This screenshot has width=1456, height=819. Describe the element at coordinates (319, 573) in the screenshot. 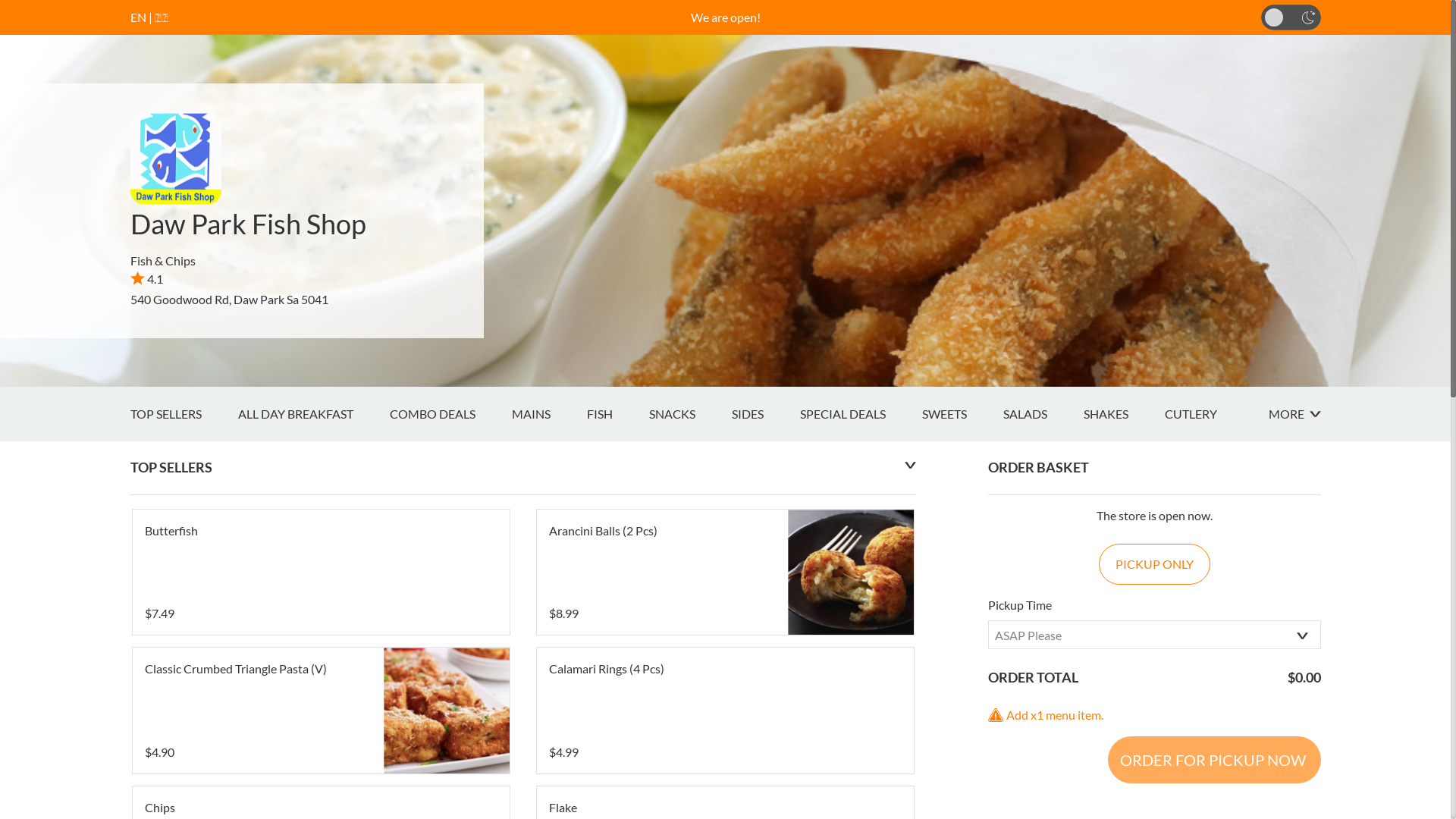

I see `'Butterfish` at that location.